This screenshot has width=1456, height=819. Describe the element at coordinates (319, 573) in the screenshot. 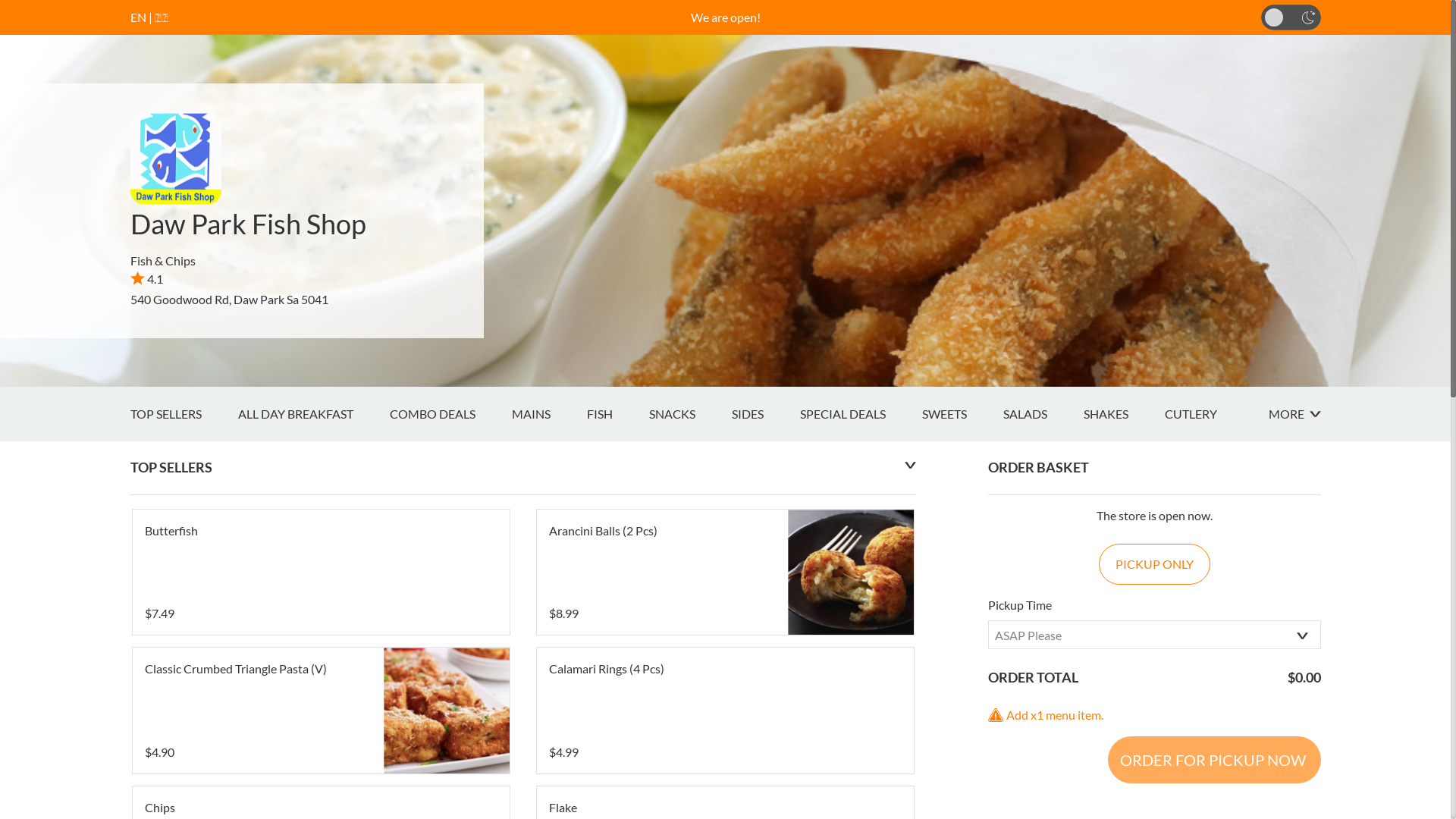

I see `'Butterfish` at that location.